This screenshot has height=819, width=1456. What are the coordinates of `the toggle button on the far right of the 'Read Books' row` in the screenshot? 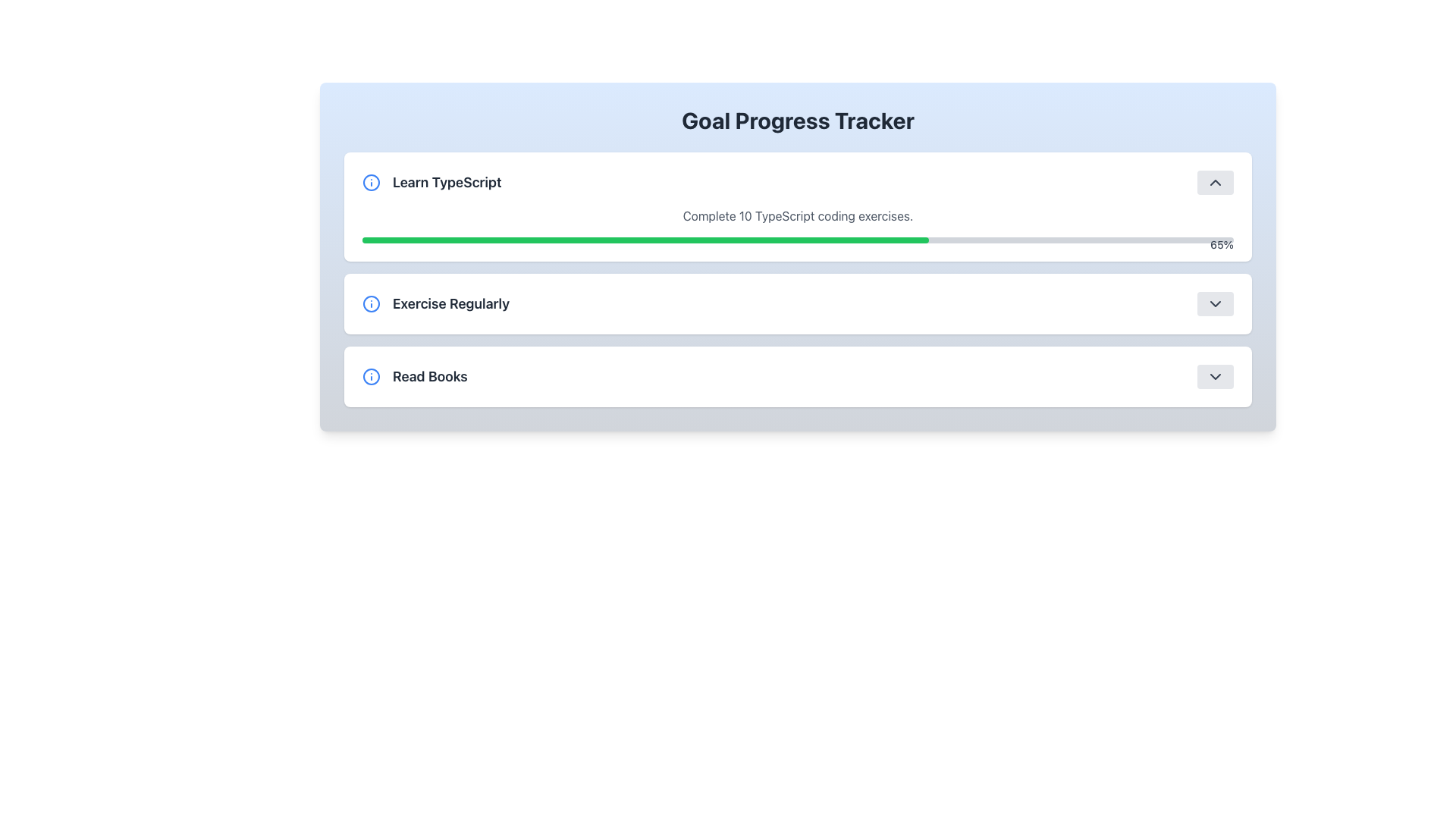 It's located at (1216, 376).